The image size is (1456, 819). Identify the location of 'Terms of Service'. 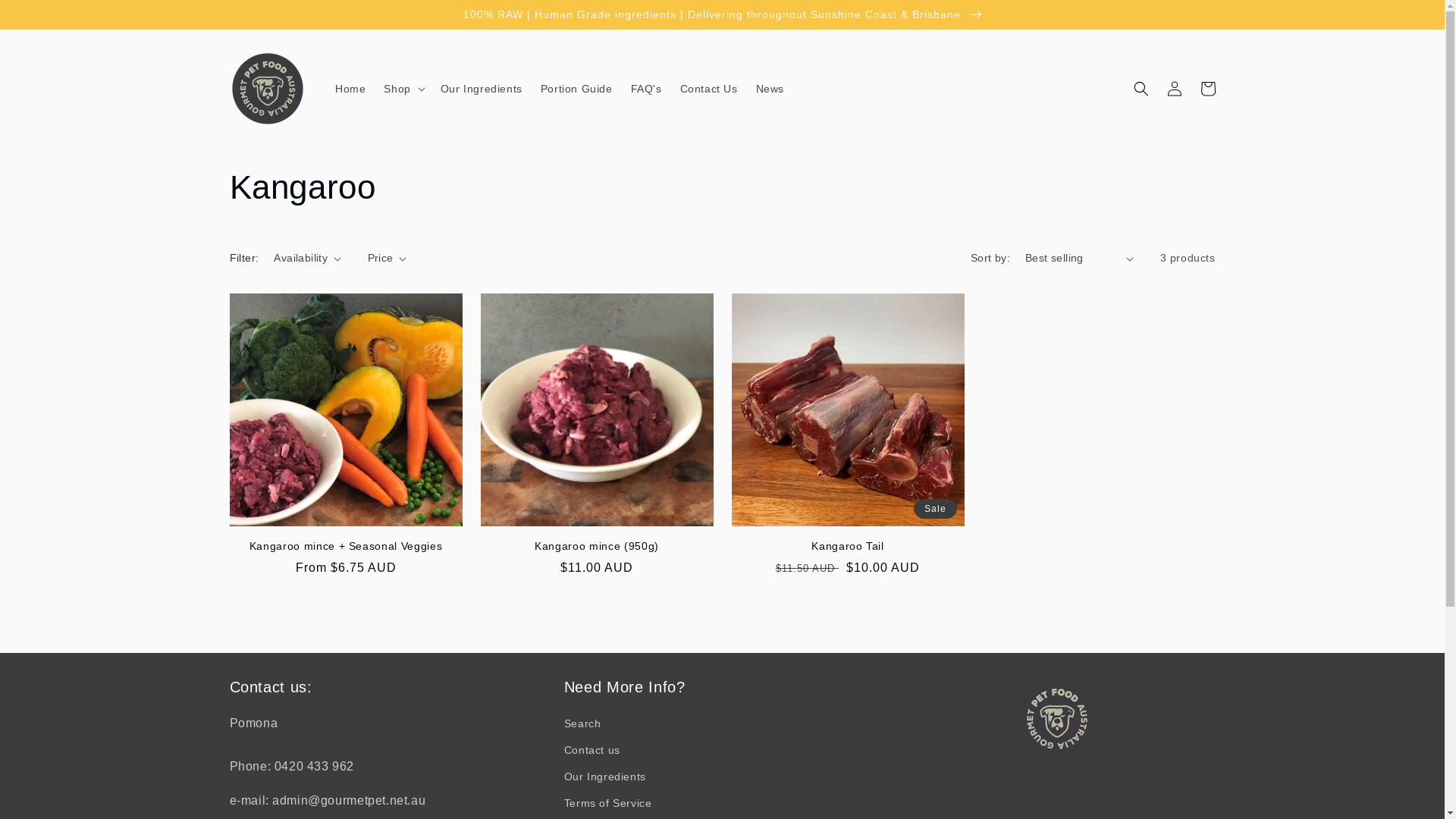
(607, 802).